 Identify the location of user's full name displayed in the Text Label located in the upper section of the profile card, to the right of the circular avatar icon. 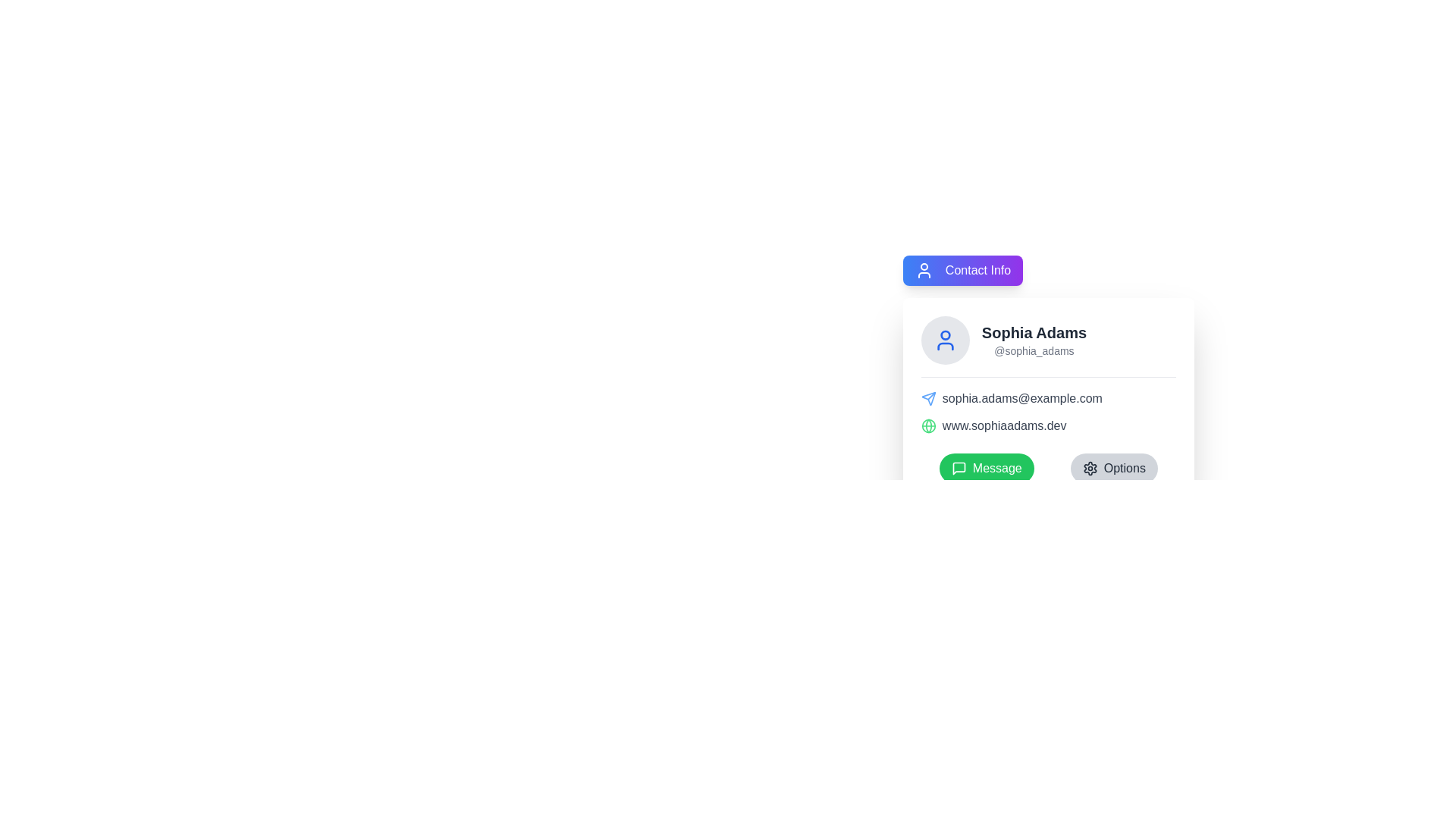
(1033, 332).